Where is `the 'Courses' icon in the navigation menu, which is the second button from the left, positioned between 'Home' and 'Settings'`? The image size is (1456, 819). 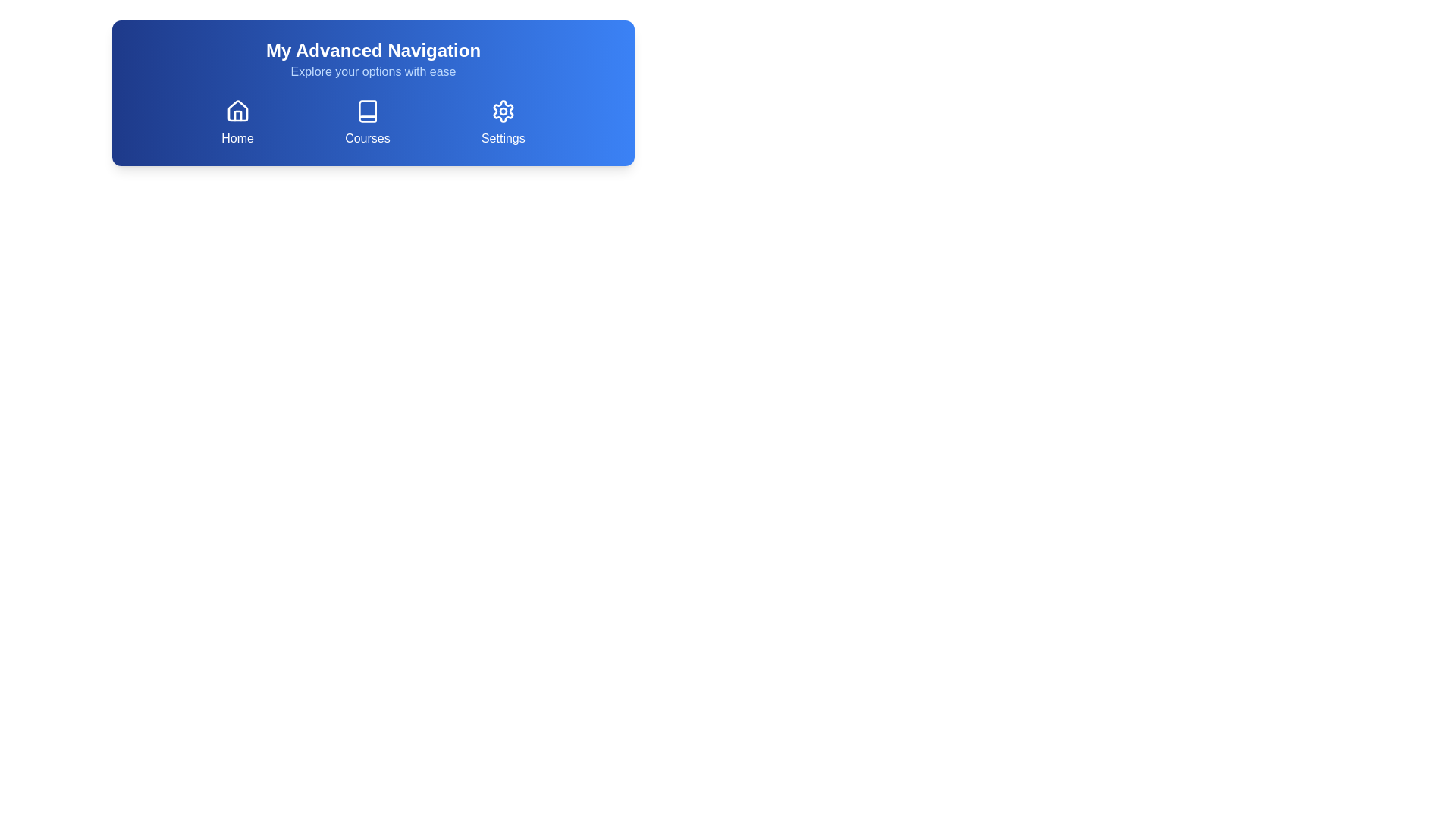
the 'Courses' icon in the navigation menu, which is the second button from the left, positioned between 'Home' and 'Settings' is located at coordinates (367, 110).